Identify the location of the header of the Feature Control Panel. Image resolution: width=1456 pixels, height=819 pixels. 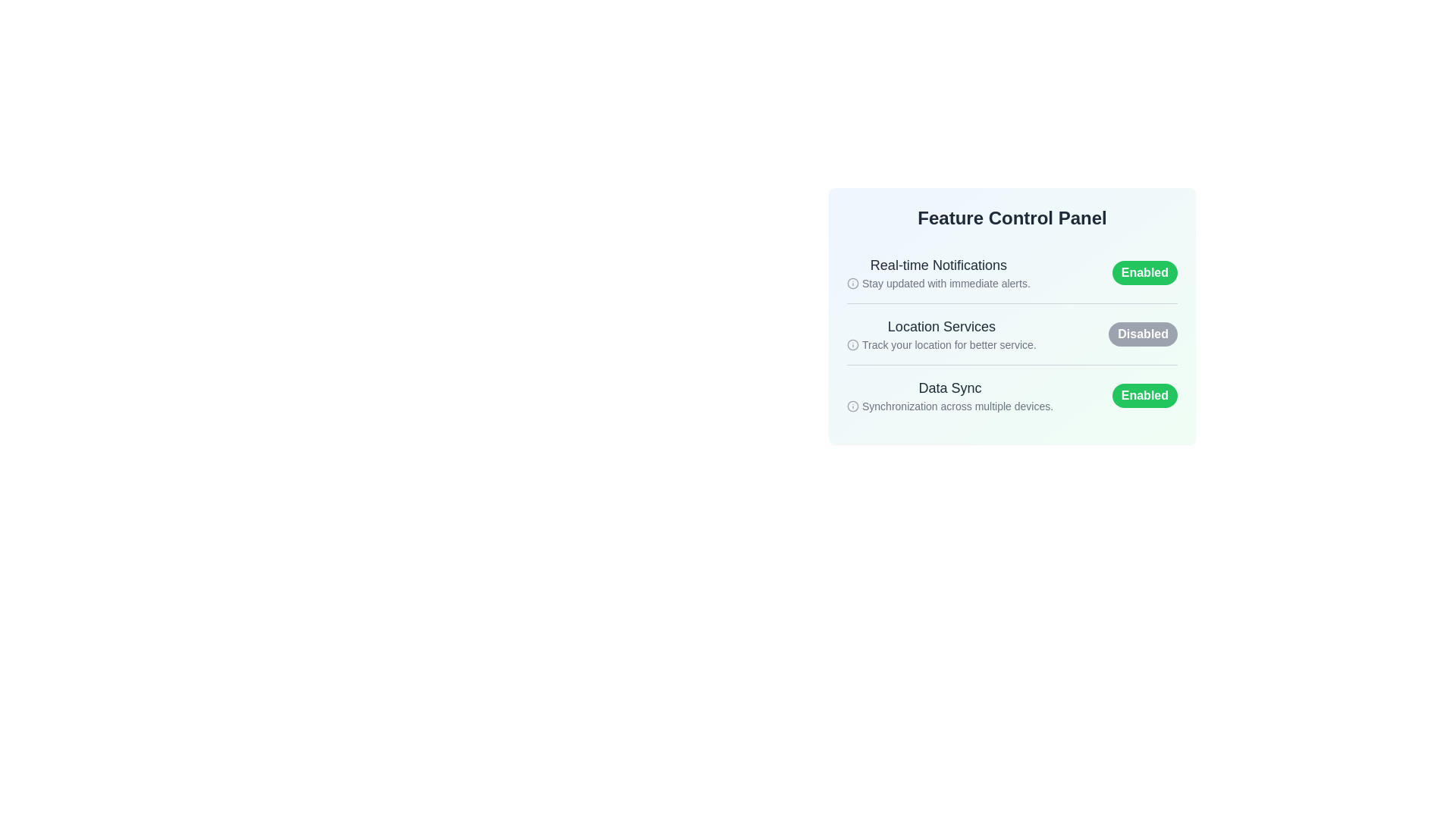
(1012, 218).